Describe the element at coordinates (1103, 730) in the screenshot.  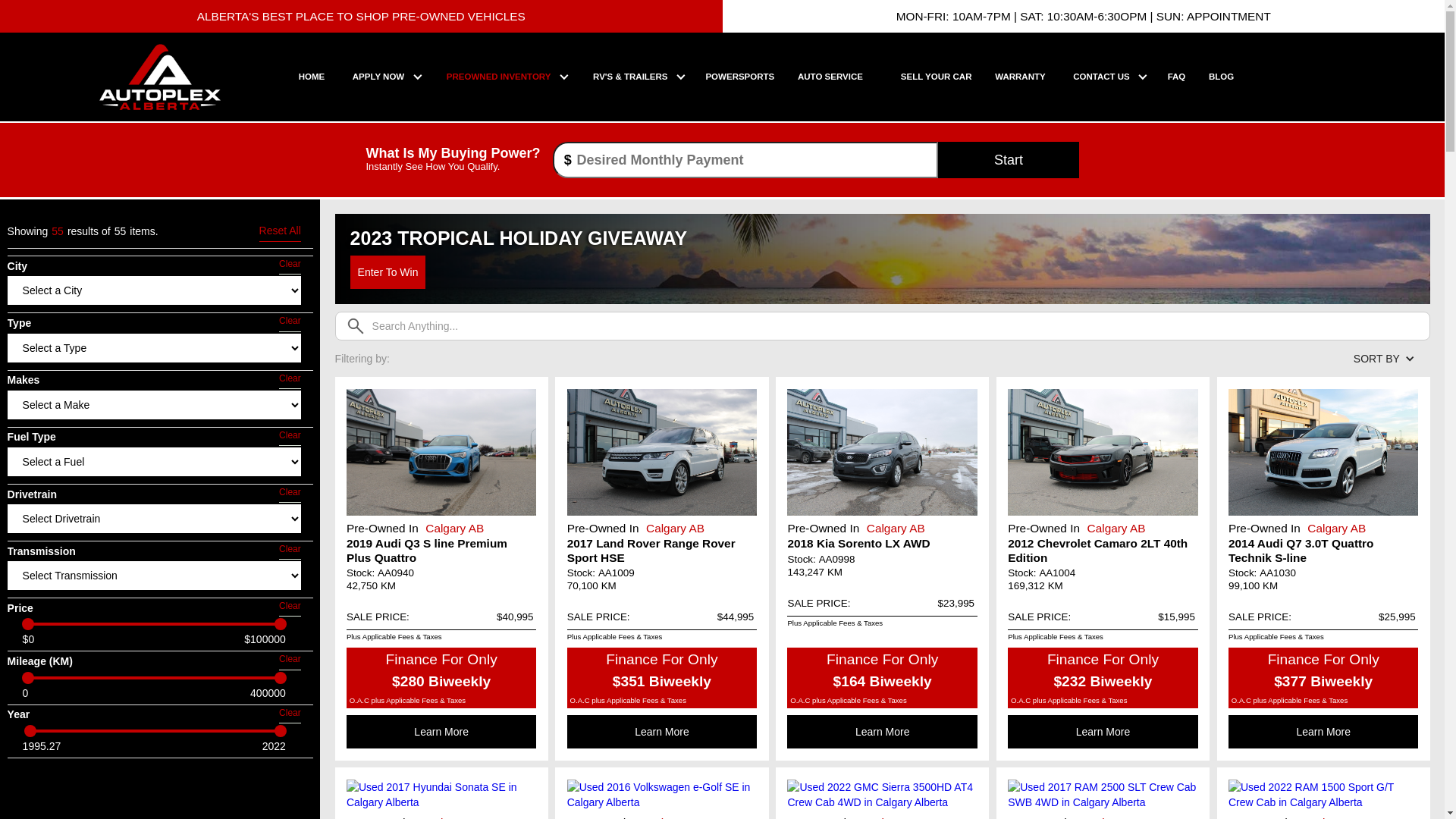
I see `'Learn More'` at that location.